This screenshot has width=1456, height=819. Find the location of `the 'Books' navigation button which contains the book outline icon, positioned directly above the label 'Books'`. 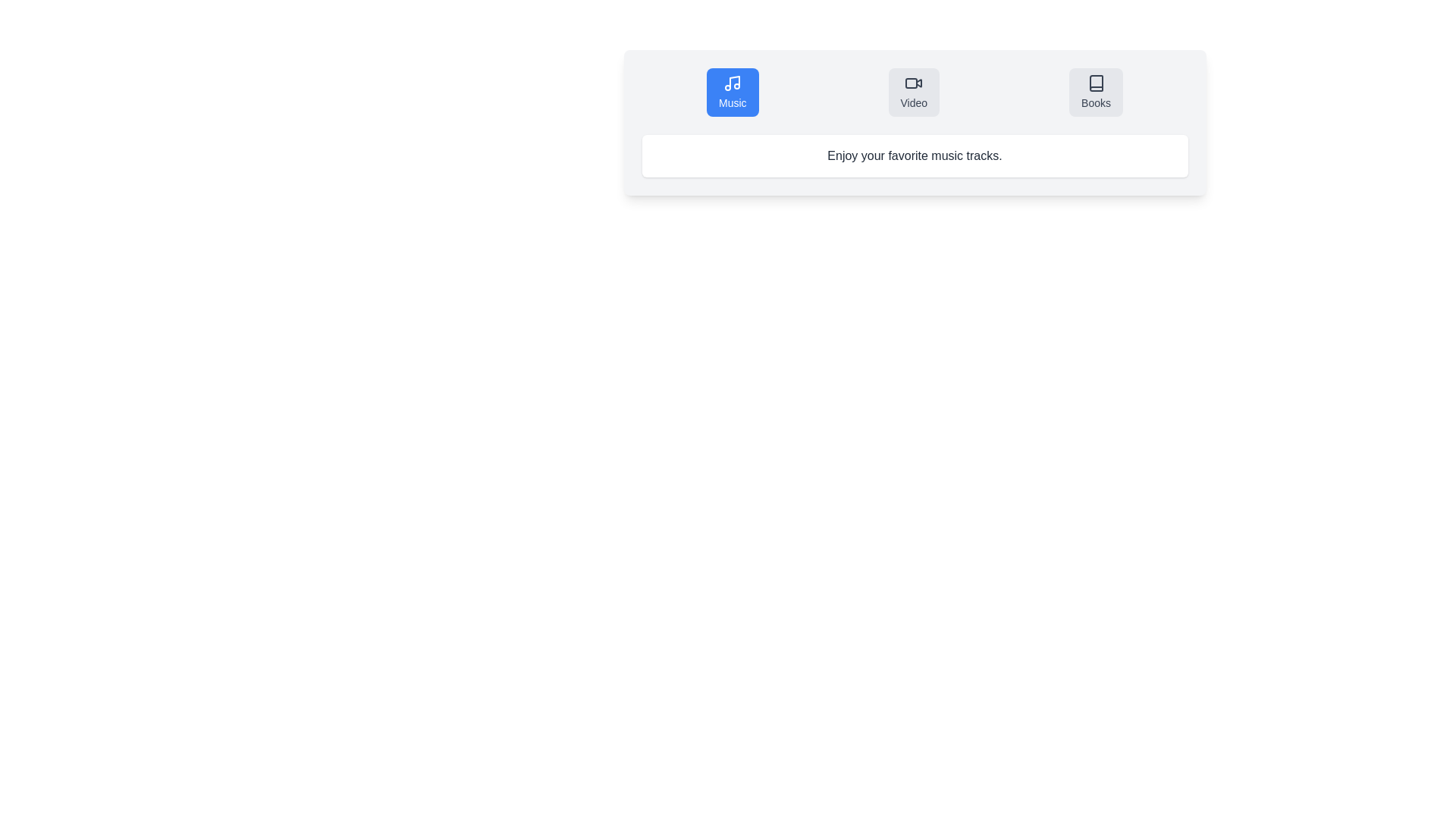

the 'Books' navigation button which contains the book outline icon, positioned directly above the label 'Books' is located at coordinates (1096, 83).